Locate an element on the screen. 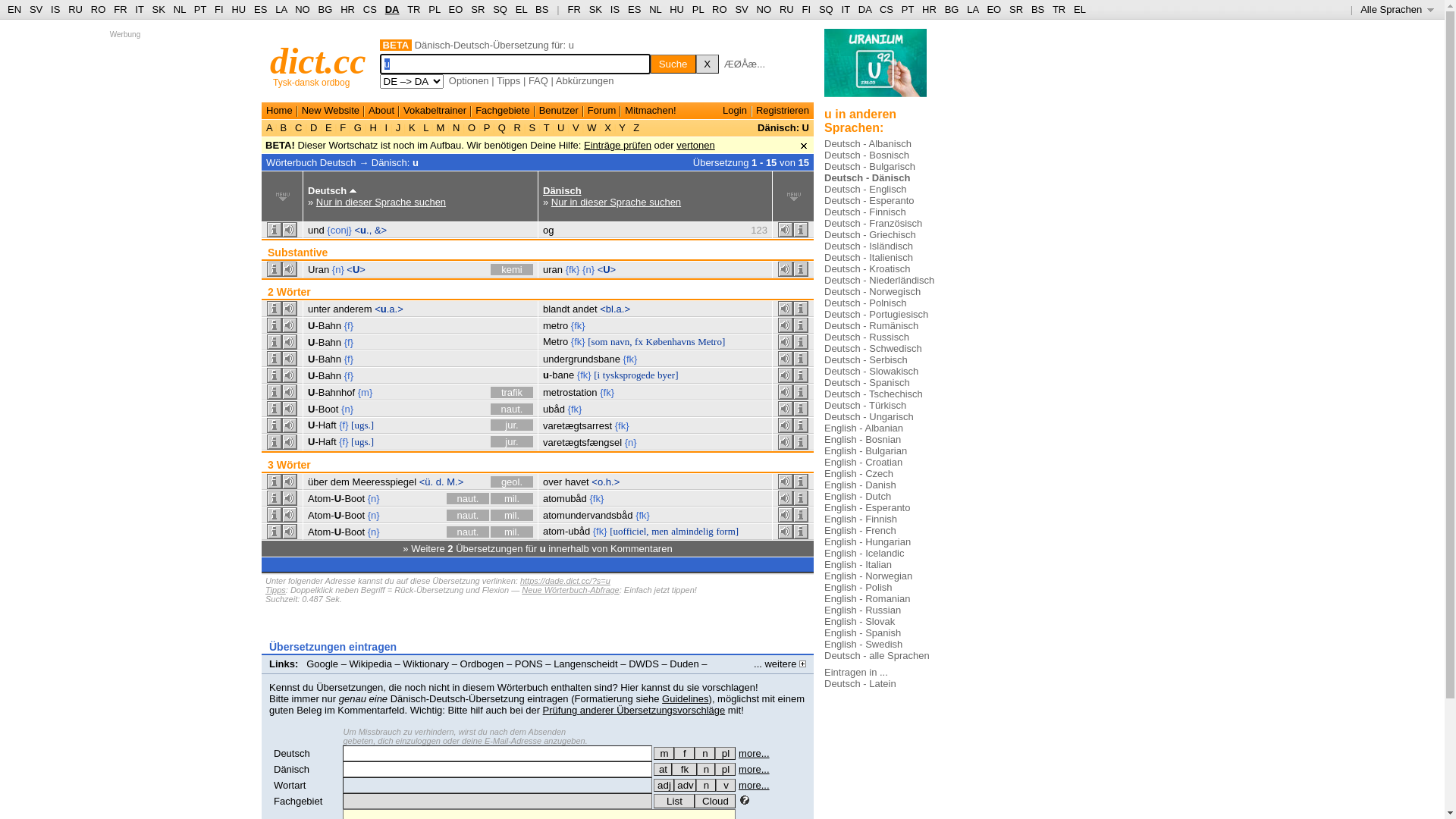 Image resolution: width=1456 pixels, height=819 pixels. 'English - Croatian' is located at coordinates (823, 461).